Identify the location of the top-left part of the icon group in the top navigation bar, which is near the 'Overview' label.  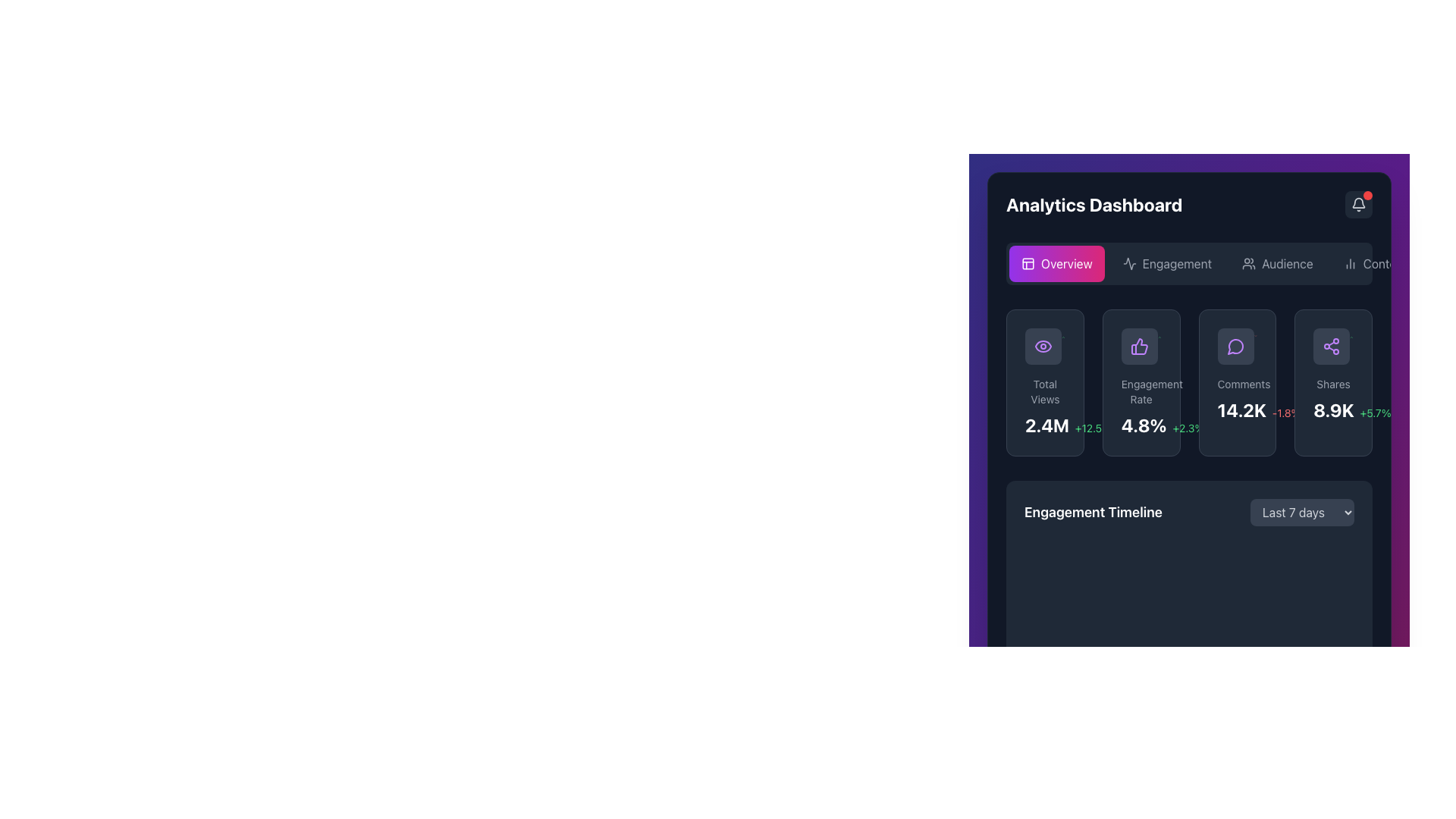
(1028, 262).